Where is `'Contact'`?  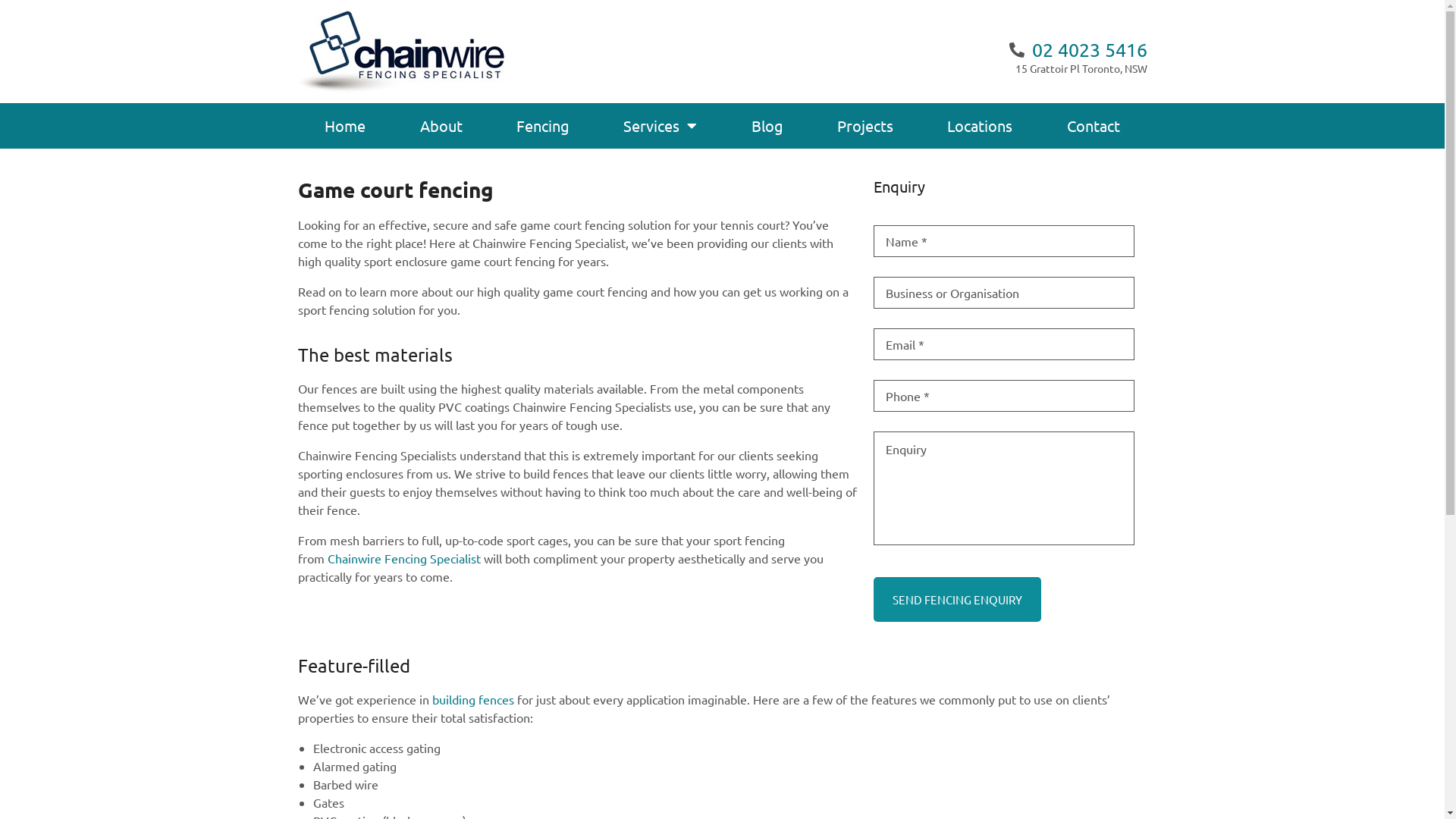
'Contact' is located at coordinates (1093, 124).